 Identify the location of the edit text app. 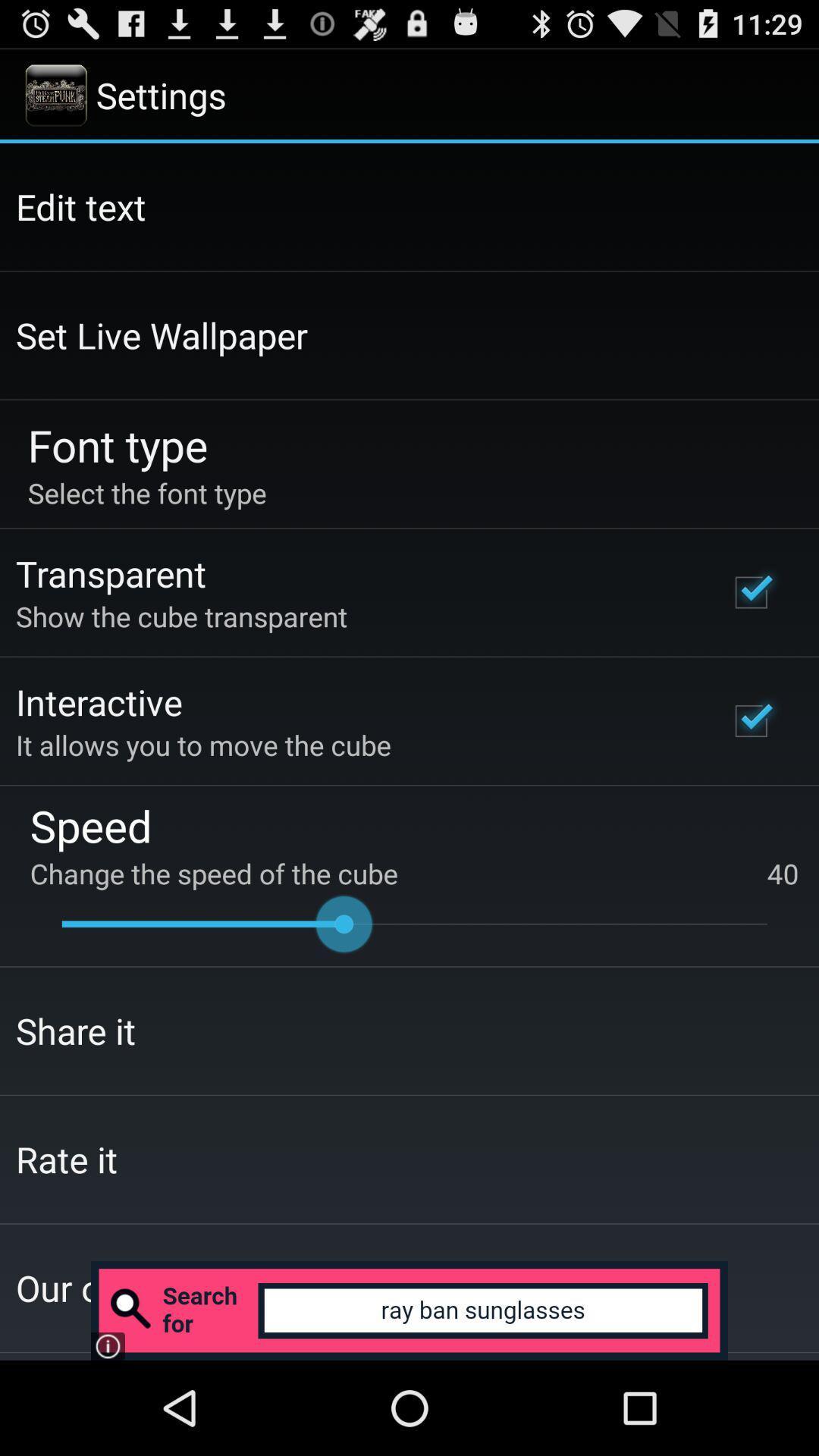
(80, 206).